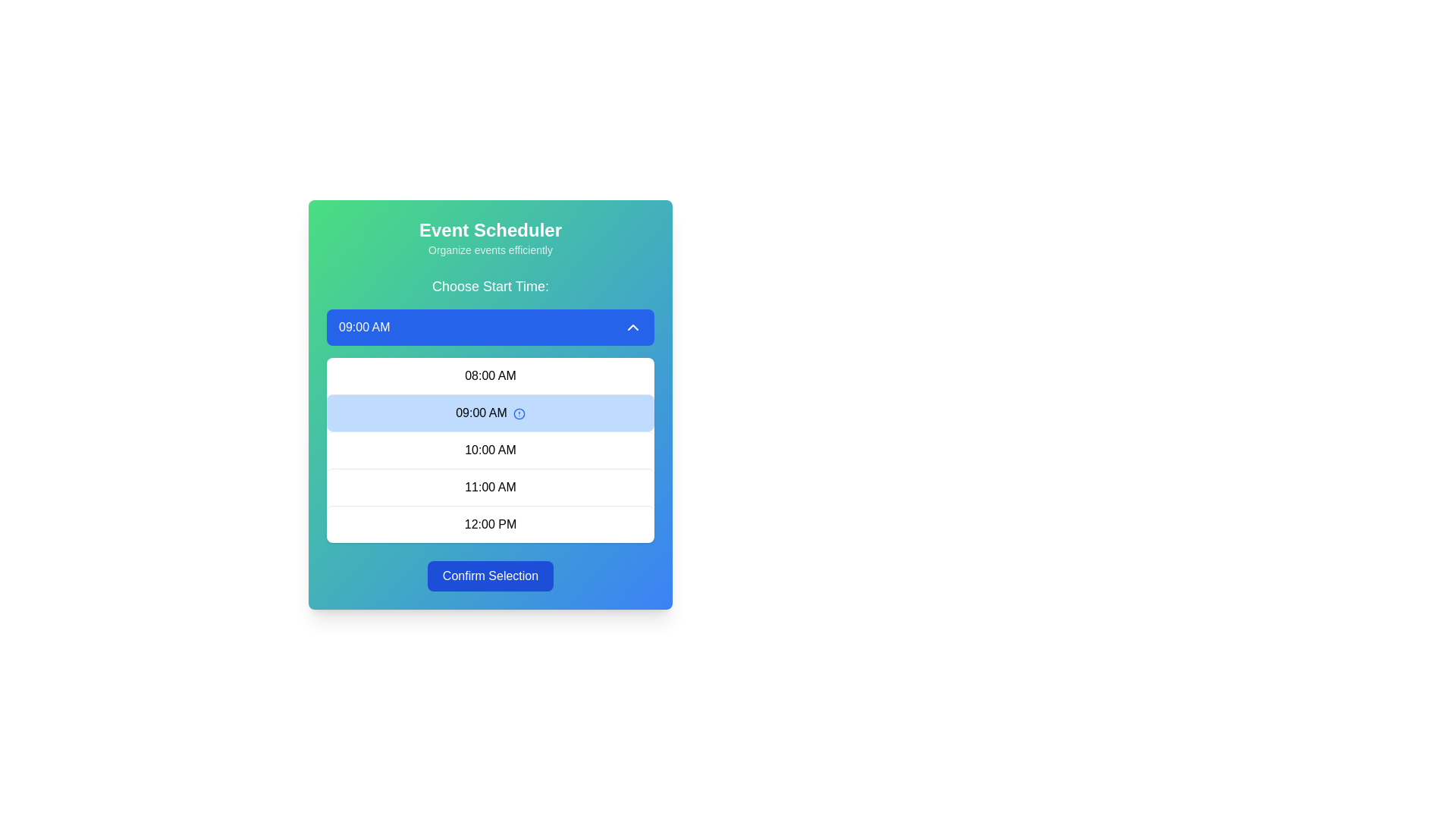 The height and width of the screenshot is (819, 1456). Describe the element at coordinates (491, 231) in the screenshot. I see `the text label that reads 'Event Scheduler' displayed in large, bold white font within the teal-blue gradient background header` at that location.